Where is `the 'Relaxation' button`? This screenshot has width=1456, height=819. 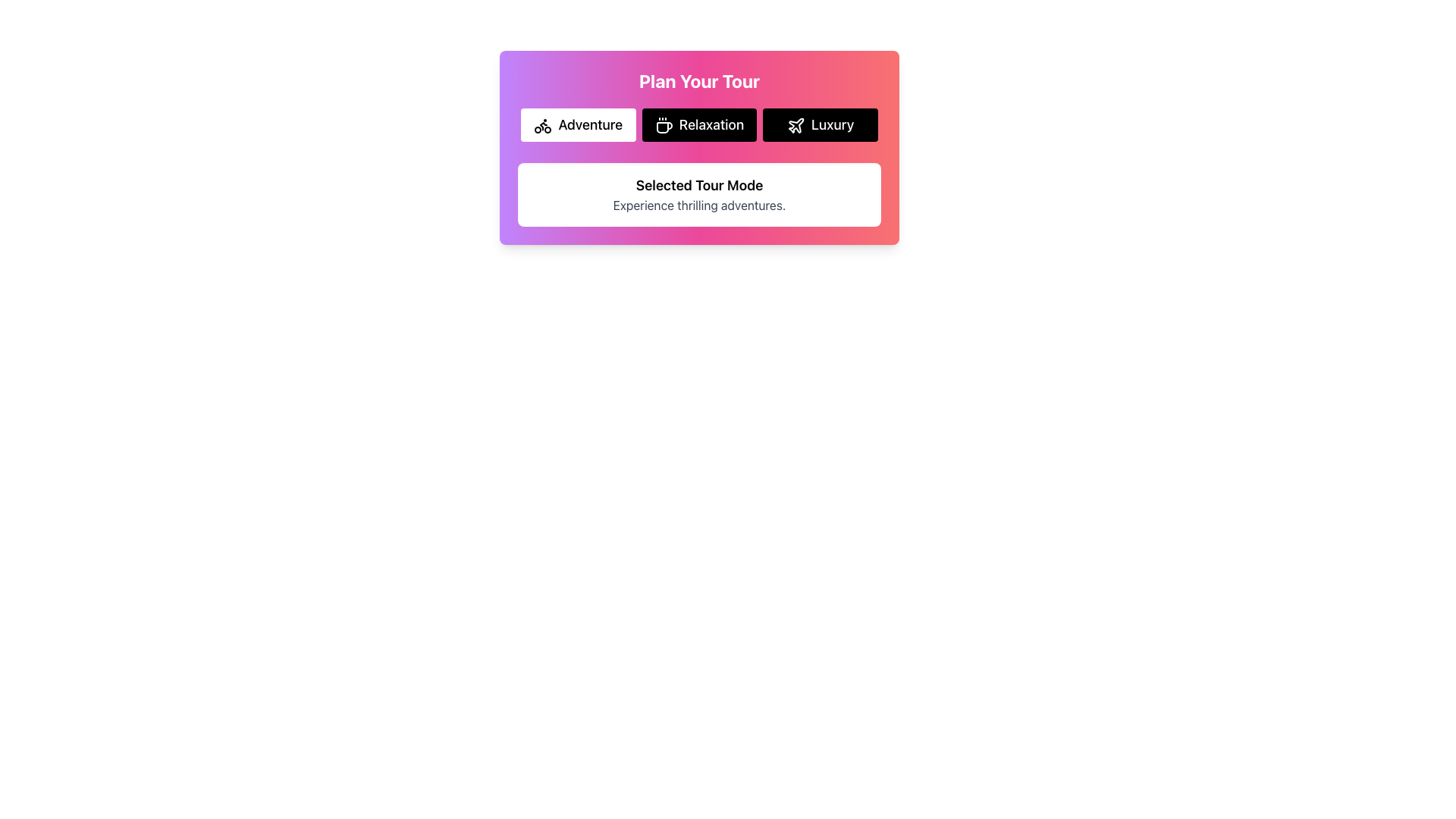
the 'Relaxation' button is located at coordinates (698, 124).